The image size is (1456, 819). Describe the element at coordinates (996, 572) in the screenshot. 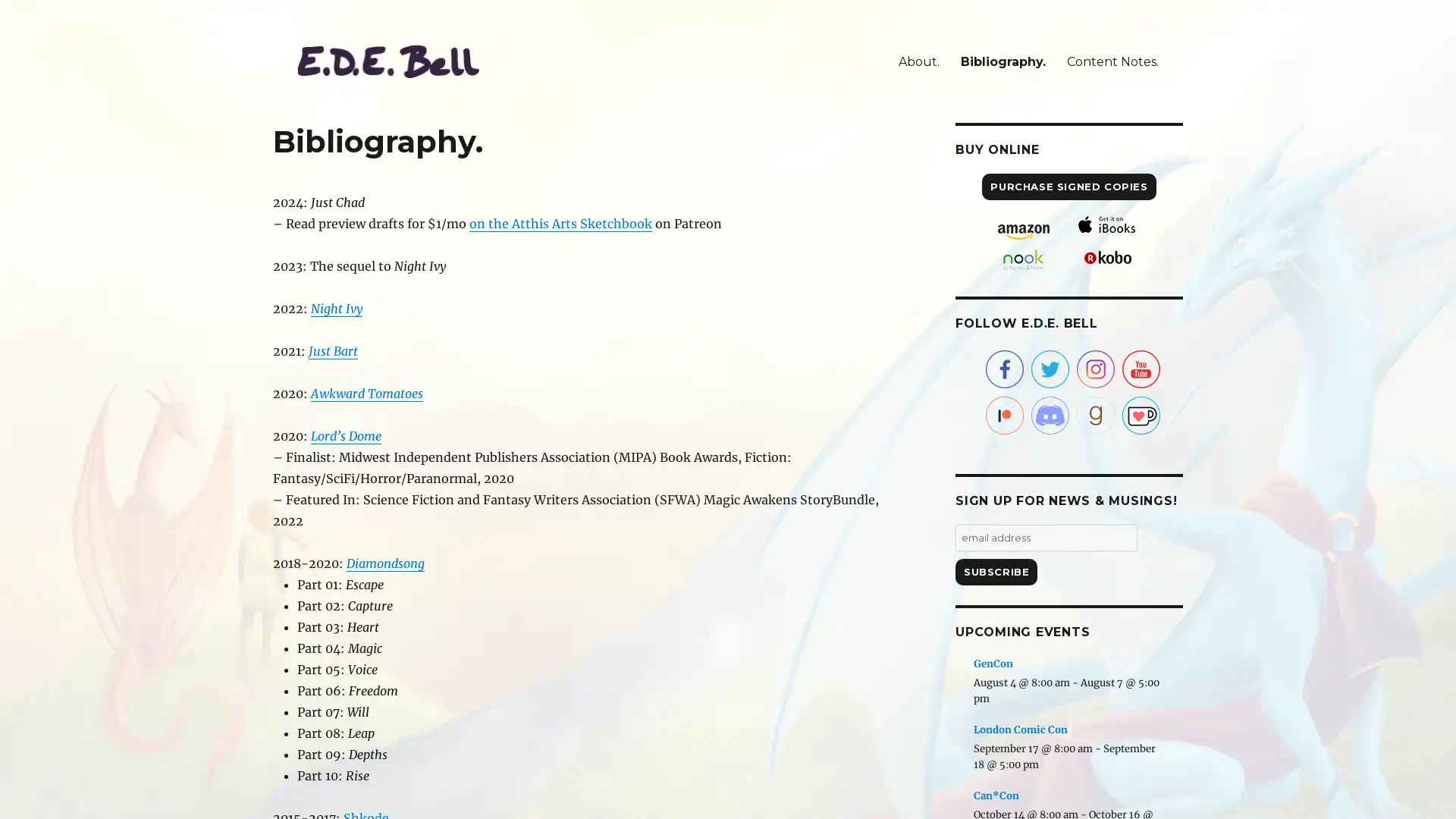

I see `Subscribe` at that location.